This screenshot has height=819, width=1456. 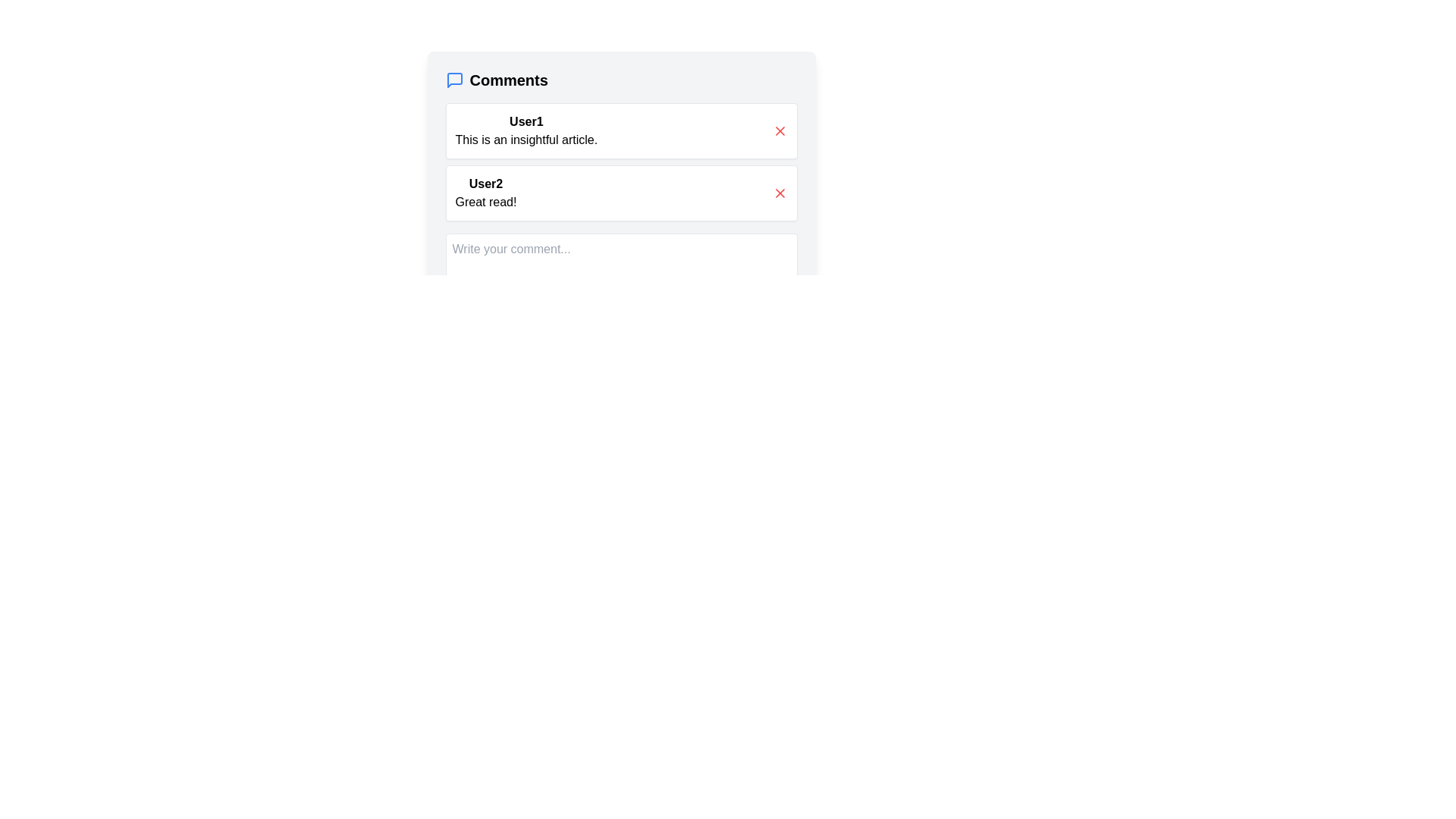 What do you see at coordinates (485, 184) in the screenshot?
I see `the bold static text displaying the username 'User2' located at the top end of the comment box` at bounding box center [485, 184].